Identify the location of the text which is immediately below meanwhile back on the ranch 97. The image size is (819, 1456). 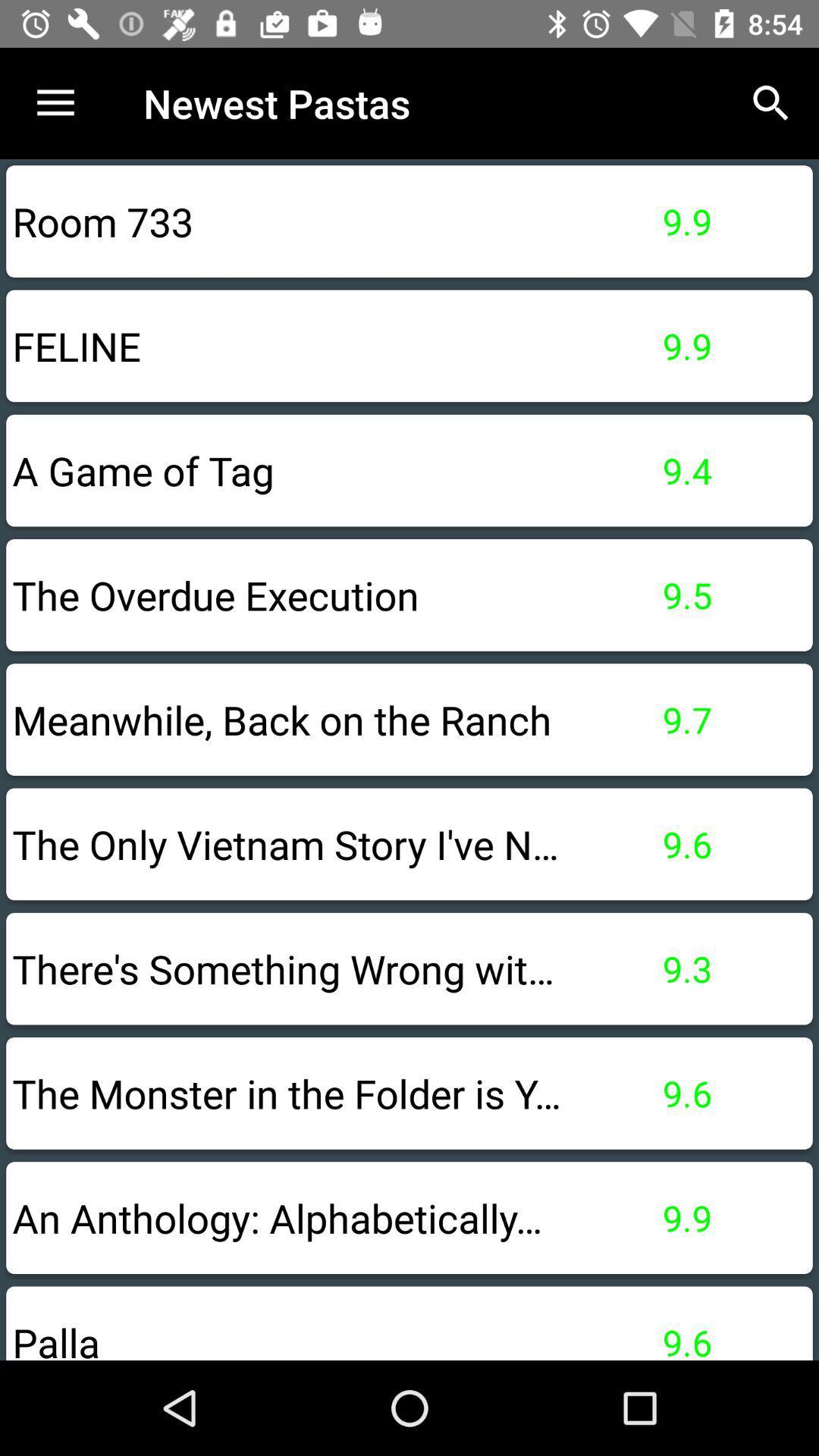
(409, 843).